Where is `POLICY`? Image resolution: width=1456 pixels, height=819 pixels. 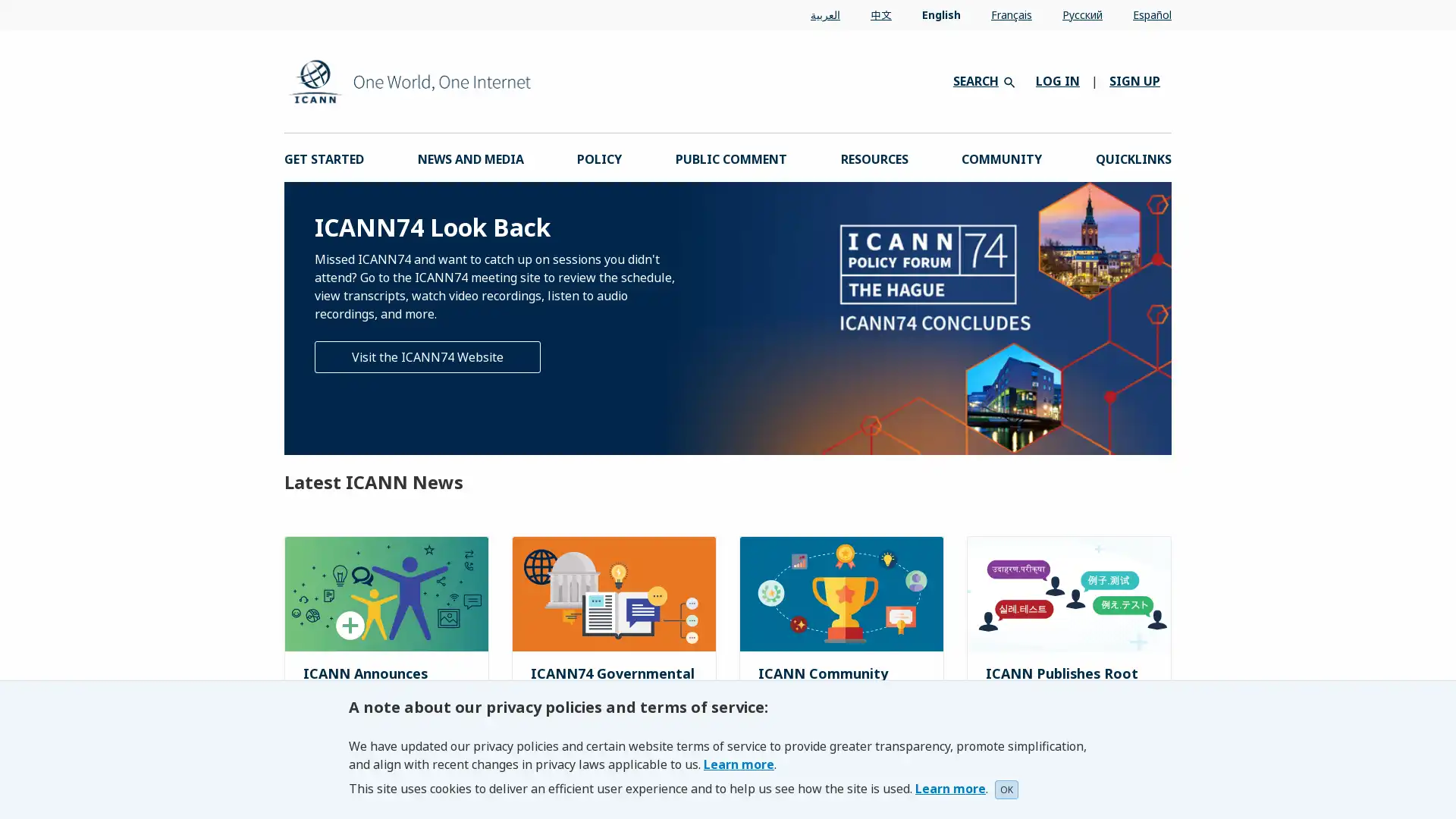
POLICY is located at coordinates (598, 158).